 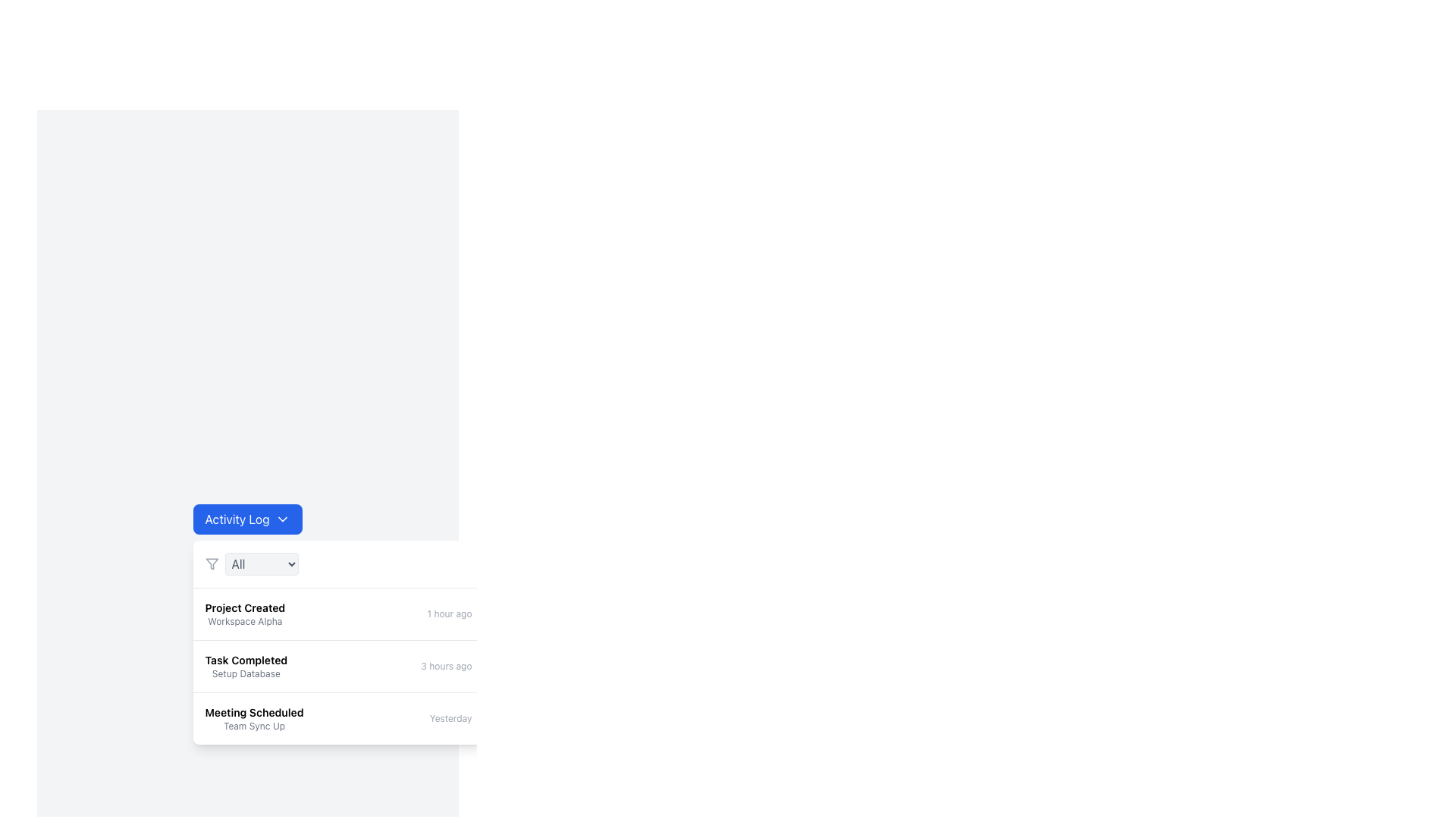 I want to click on the List item element titled 'Task Completed' with the subtitle 'Setup Database', located in the middle of the activity log section, so click(x=246, y=666).